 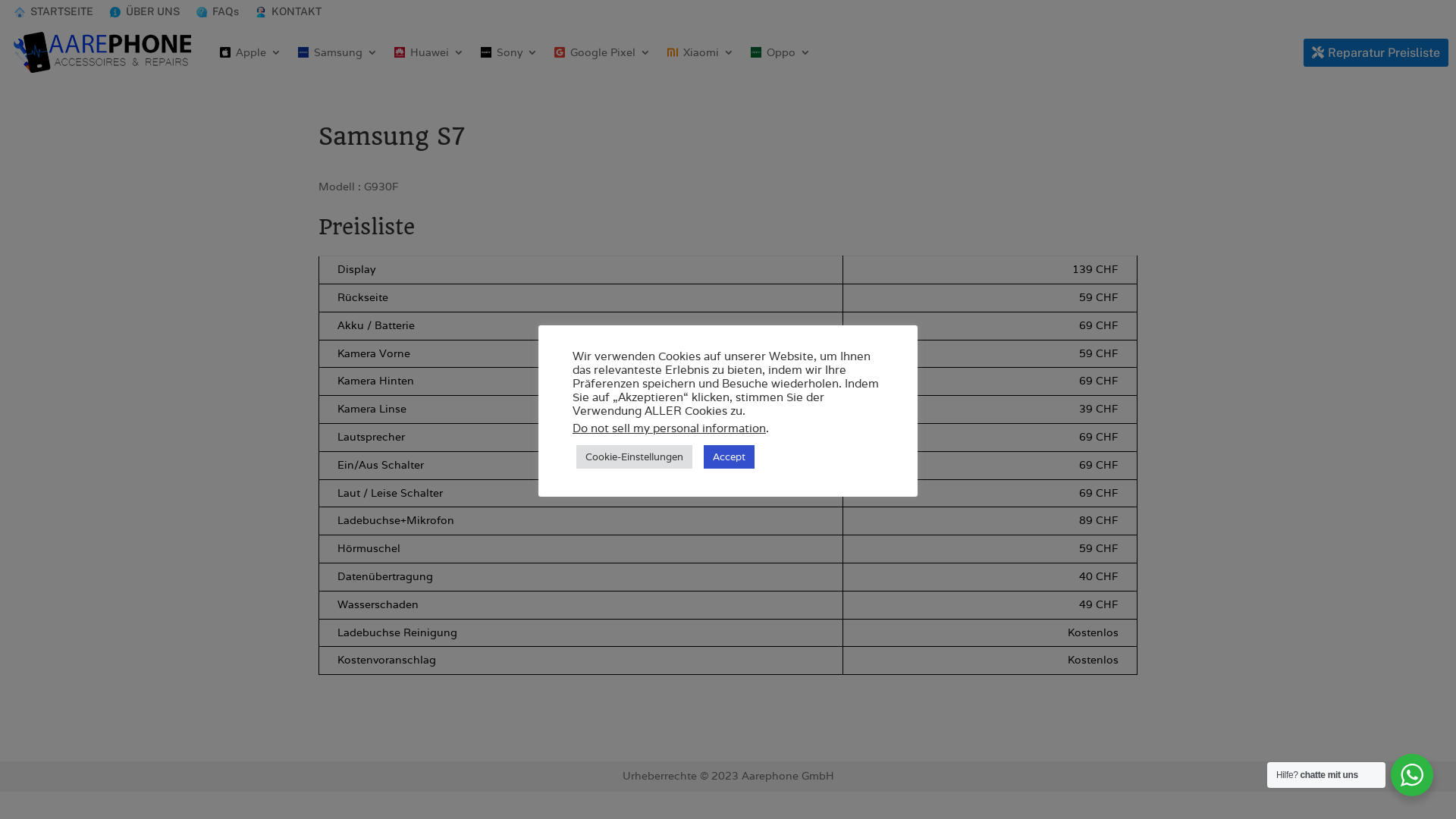 I want to click on 'Xiaomi', so click(x=699, y=52).